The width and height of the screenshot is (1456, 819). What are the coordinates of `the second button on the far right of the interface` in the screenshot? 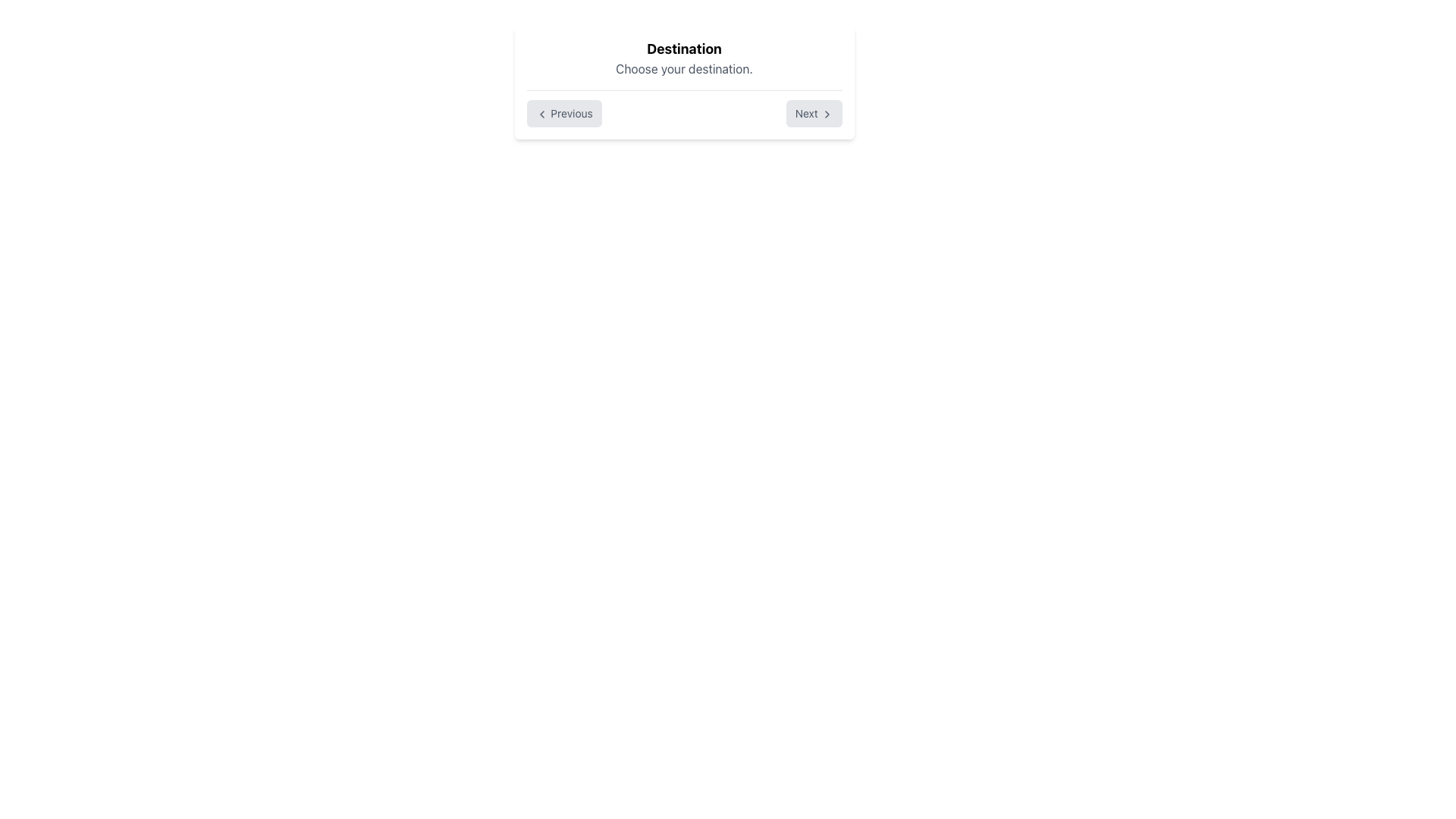 It's located at (813, 113).